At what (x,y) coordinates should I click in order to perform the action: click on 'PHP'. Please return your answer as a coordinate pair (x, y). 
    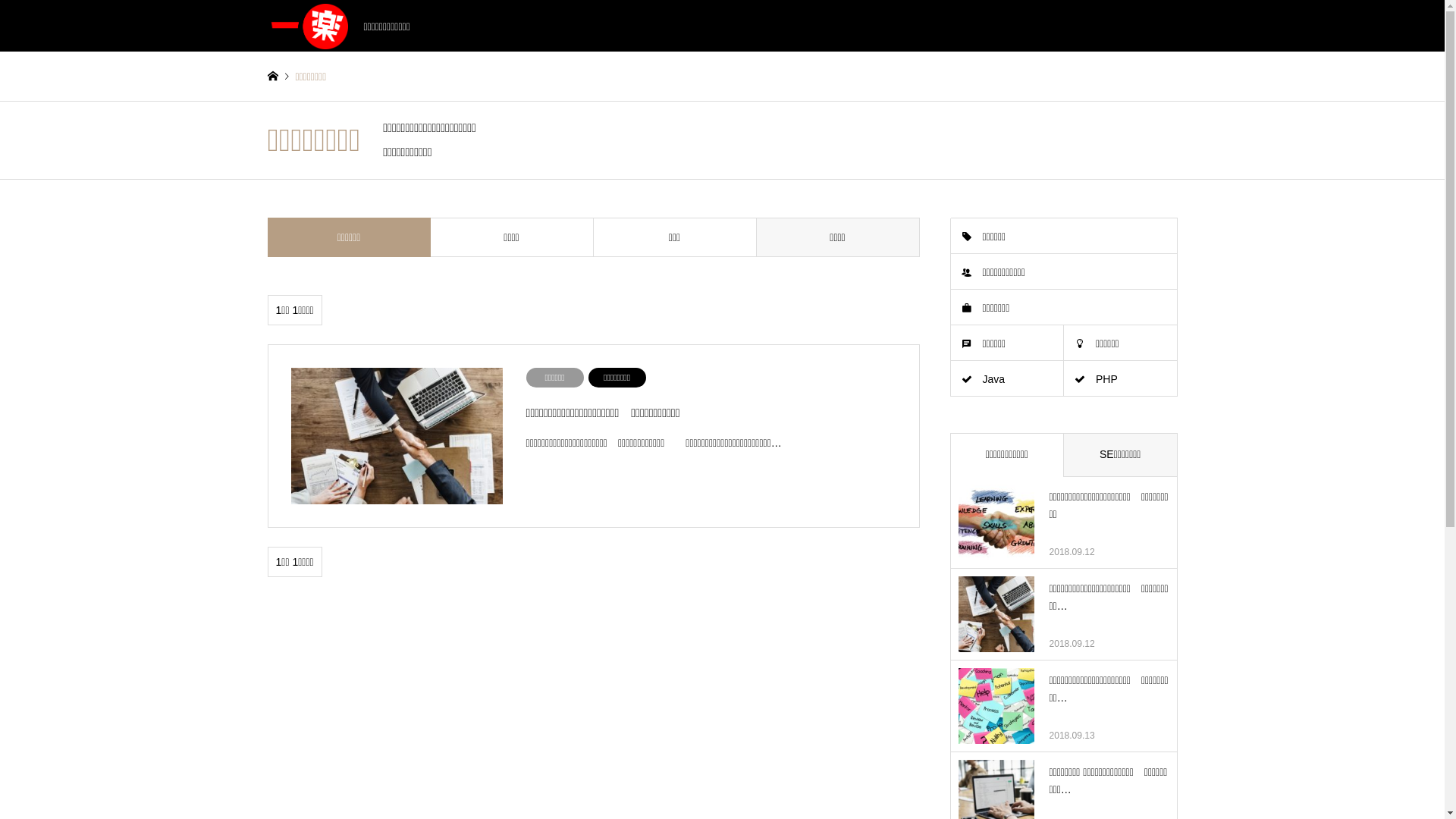
    Looking at the image, I should click on (1062, 378).